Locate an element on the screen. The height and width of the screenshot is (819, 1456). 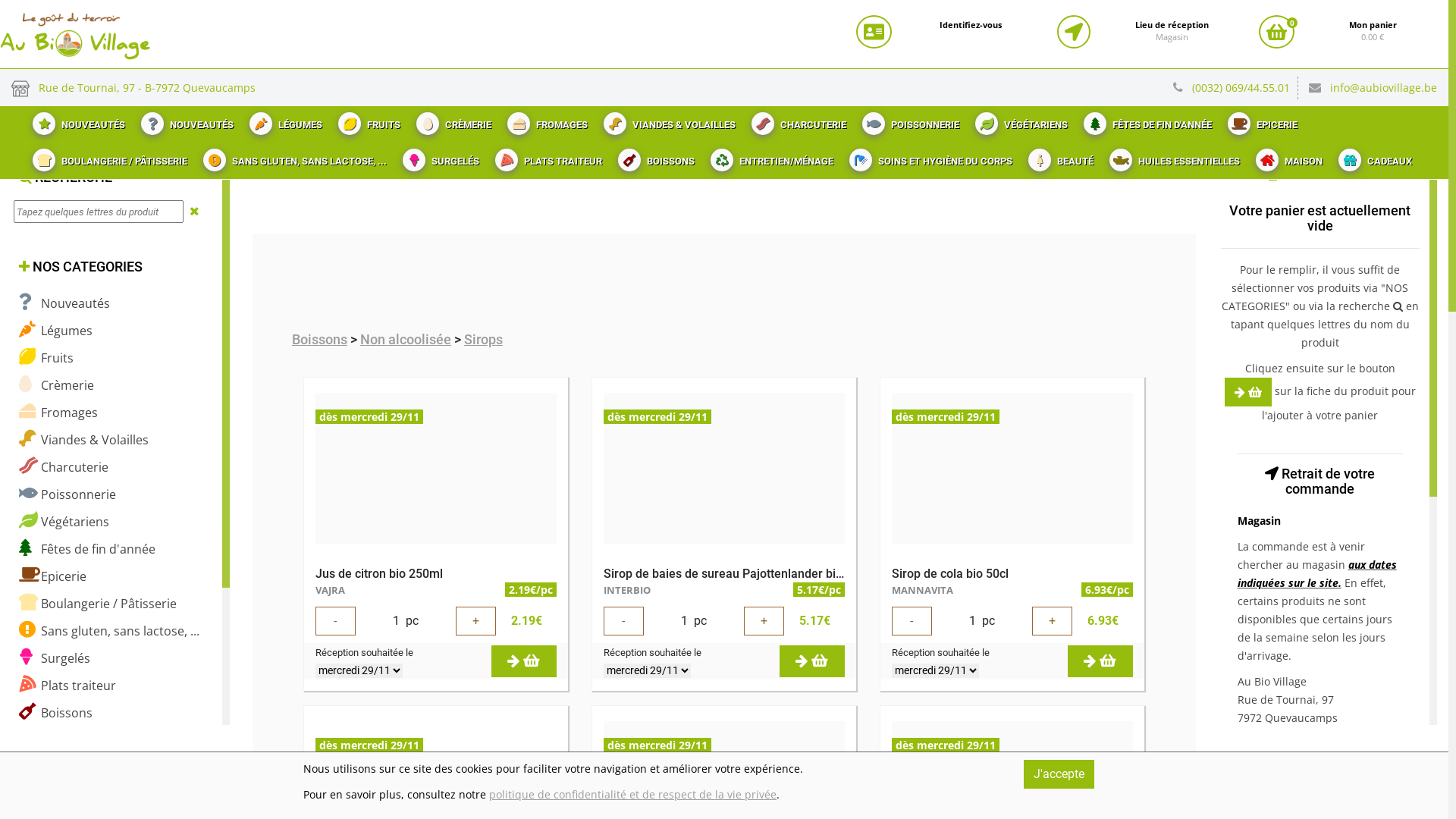
'Identifiez-vous' is located at coordinates (971, 25).